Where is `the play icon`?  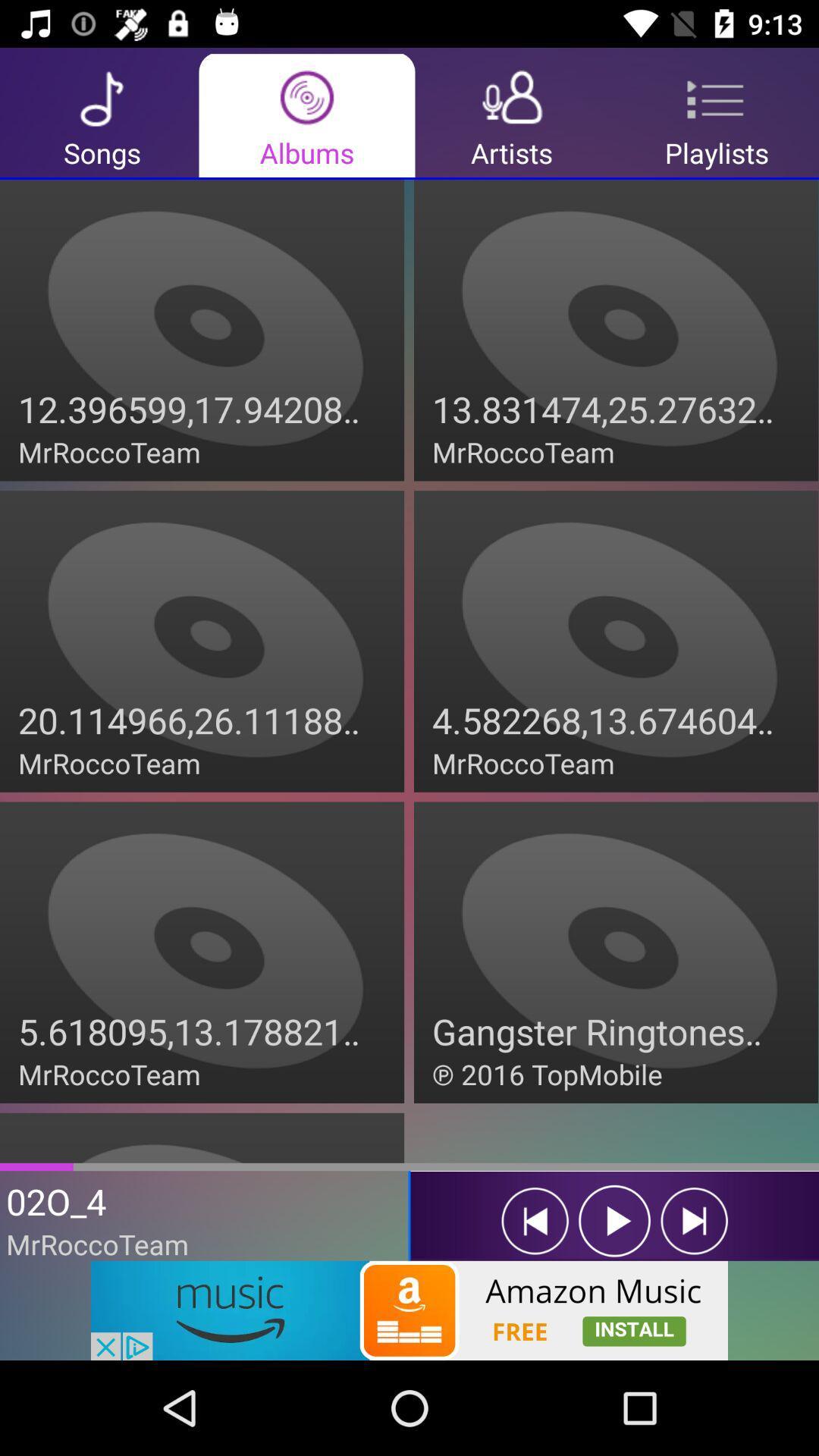
the play icon is located at coordinates (614, 1221).